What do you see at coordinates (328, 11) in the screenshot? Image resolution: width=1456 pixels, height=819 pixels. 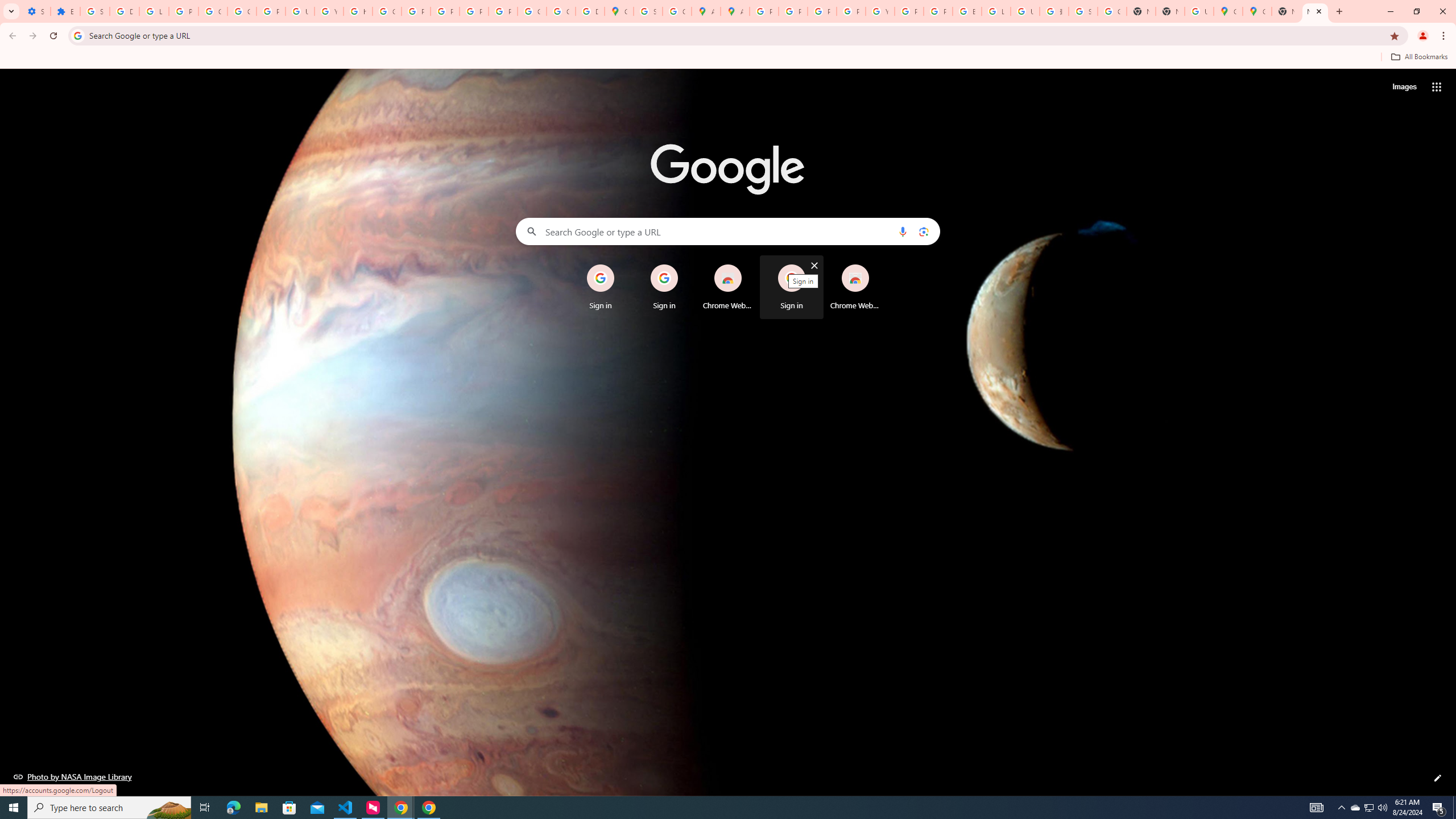 I see `'YouTube'` at bounding box center [328, 11].